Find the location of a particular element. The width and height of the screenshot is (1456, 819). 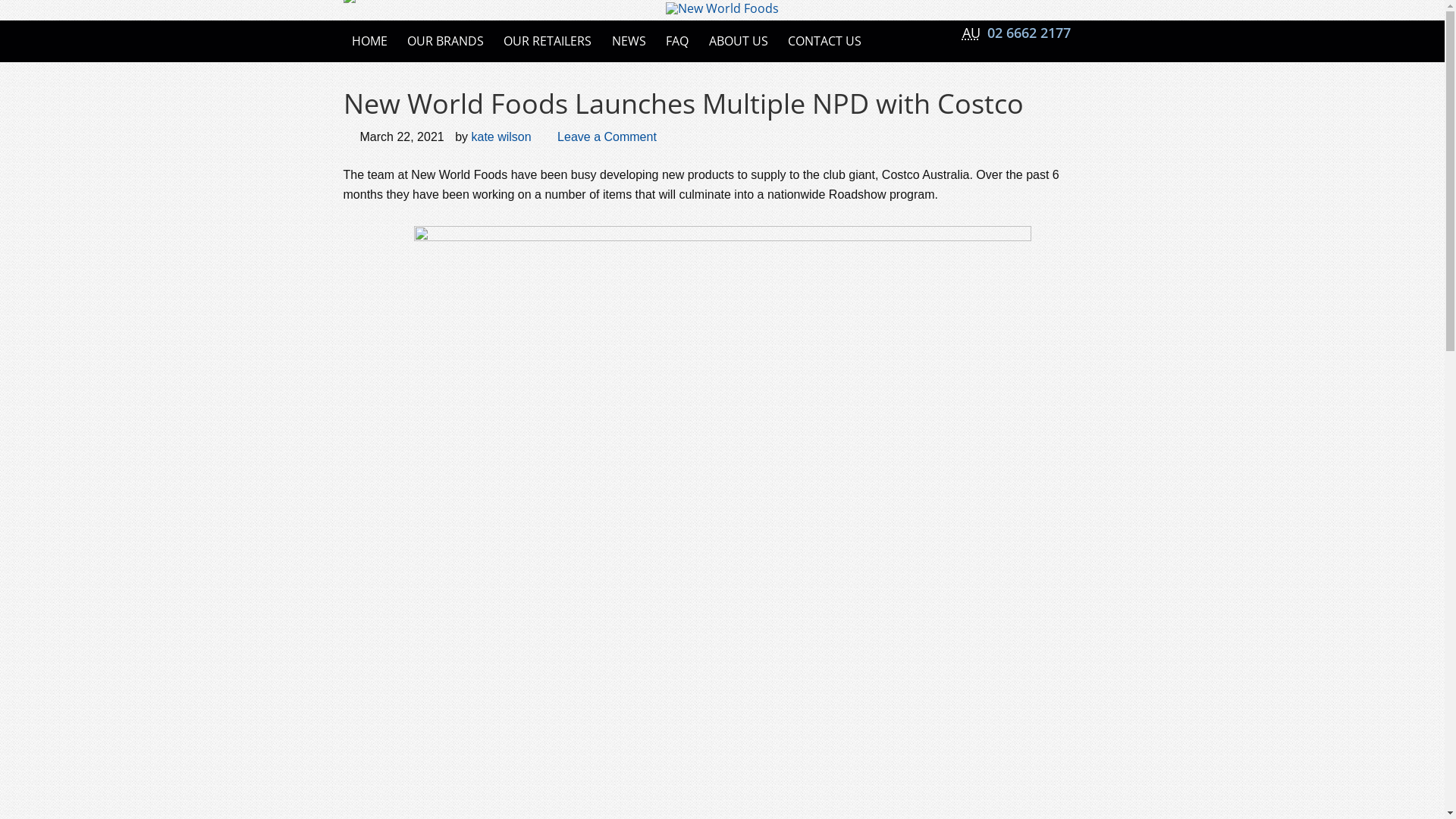

'OUR BRANDS' is located at coordinates (399, 40).